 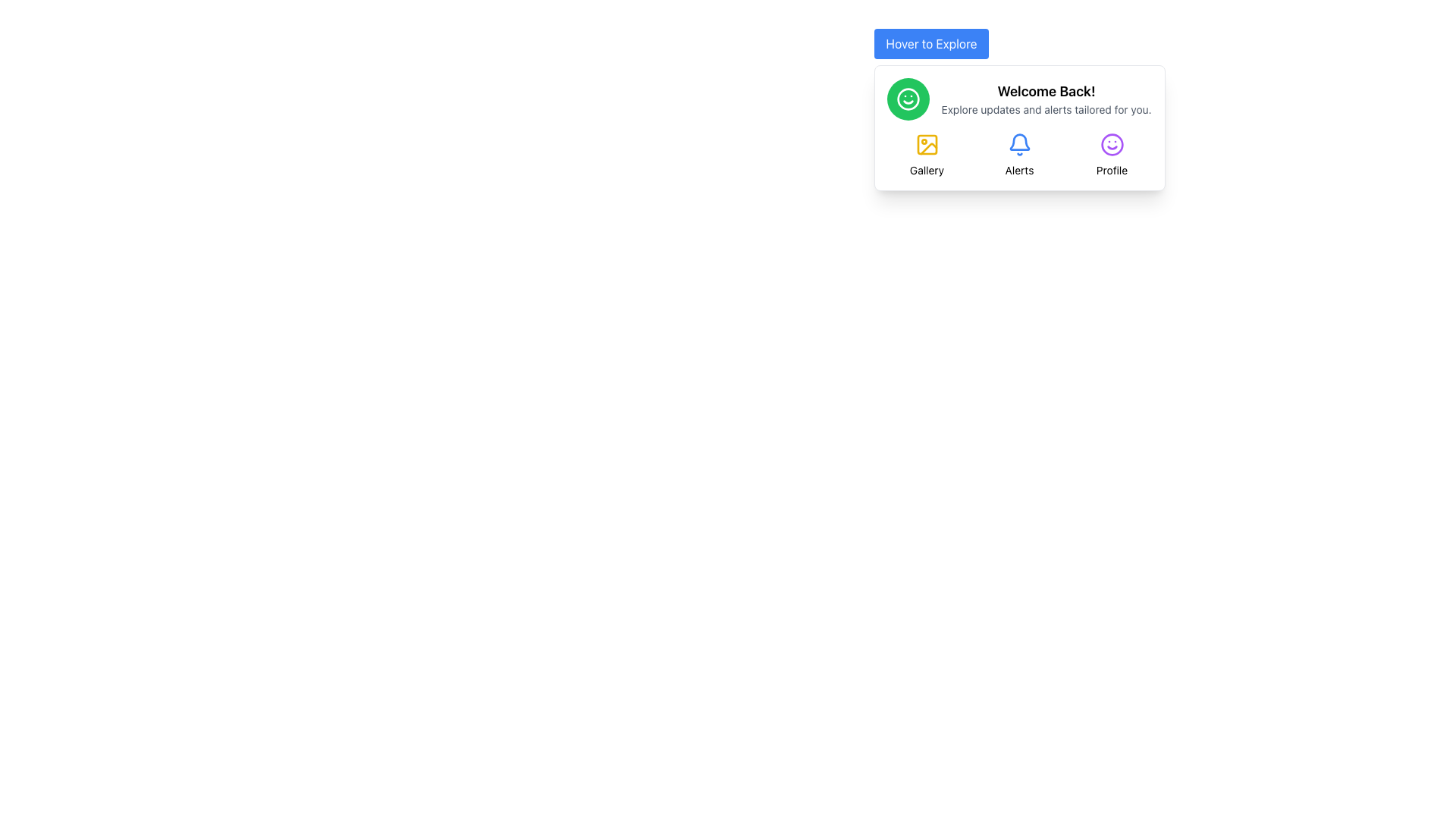 What do you see at coordinates (1046, 109) in the screenshot?
I see `the descriptive text label that provides additional information below 'Welcome Back!' in the card layout` at bounding box center [1046, 109].